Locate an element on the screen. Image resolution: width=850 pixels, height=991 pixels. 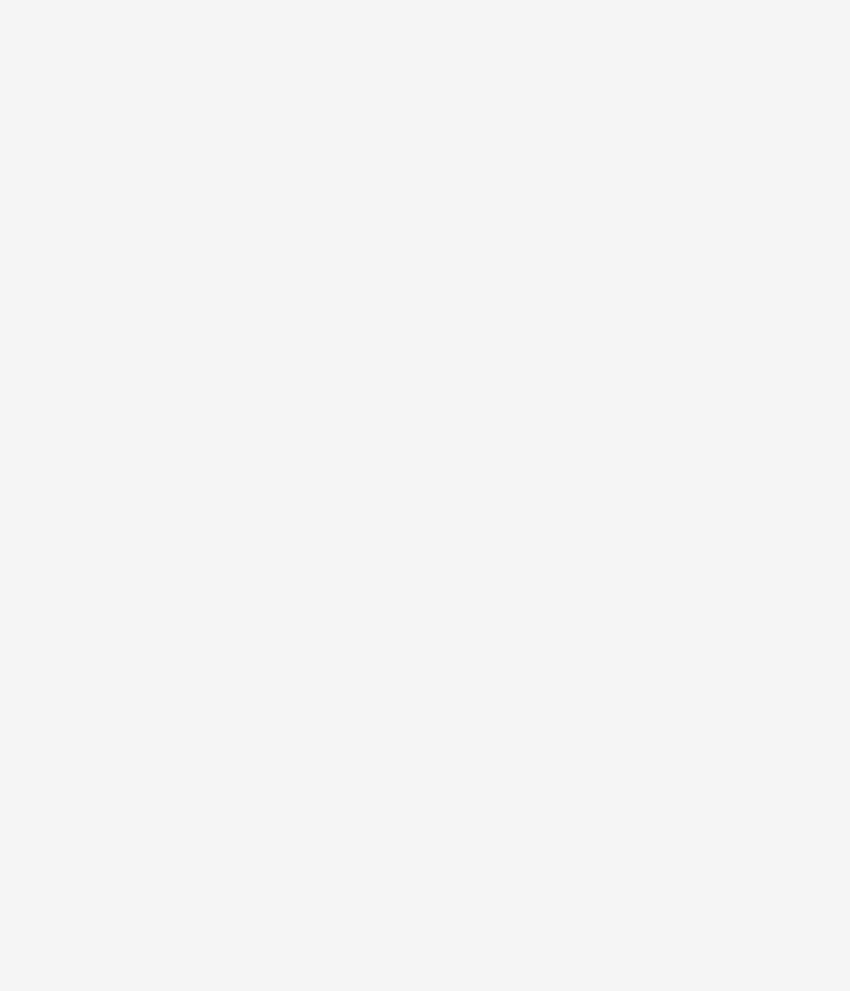
'# RELAX' is located at coordinates (134, 154).